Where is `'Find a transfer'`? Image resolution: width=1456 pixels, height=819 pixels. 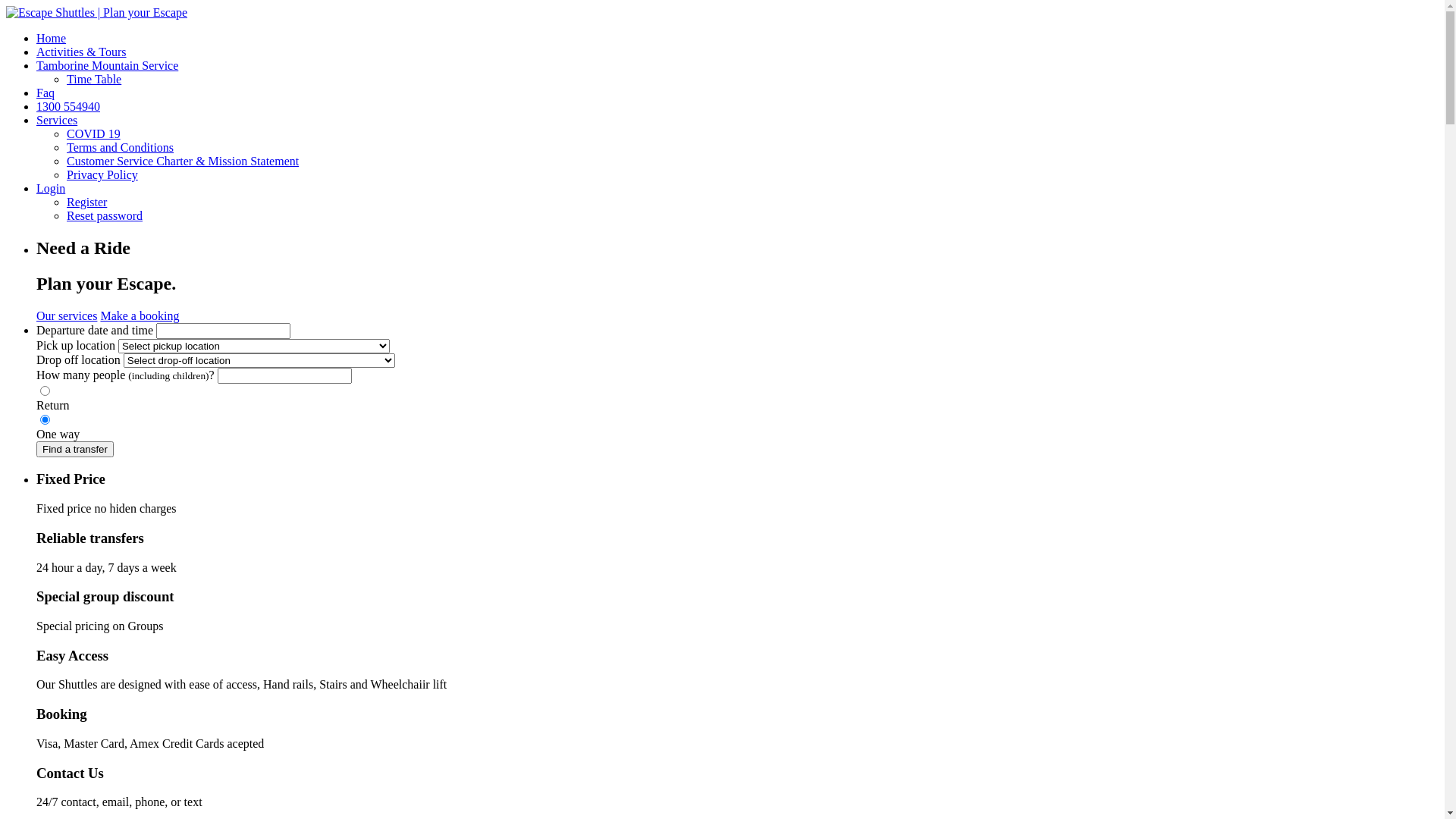
'Find a transfer' is located at coordinates (74, 448).